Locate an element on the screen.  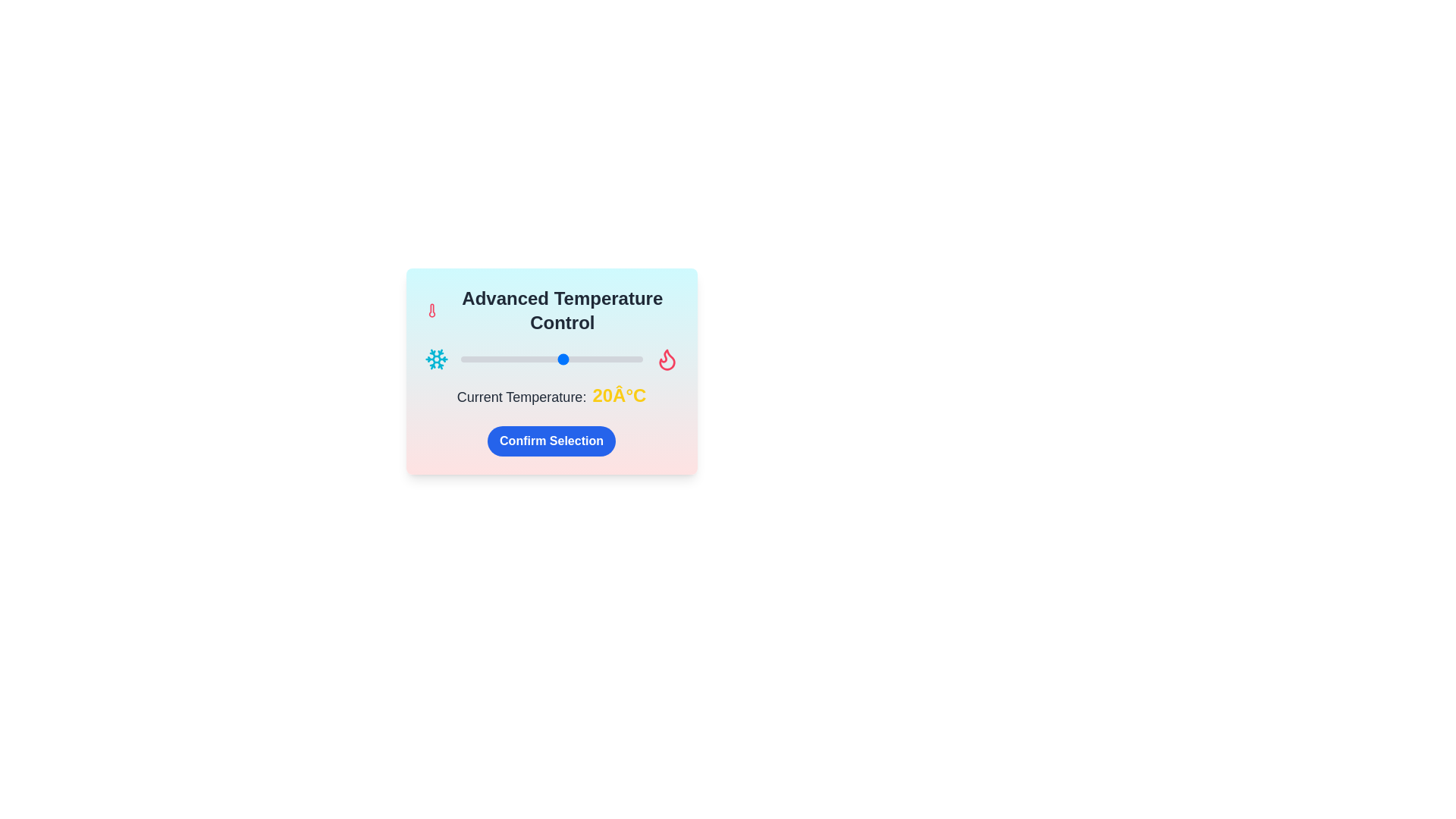
the snowflake icon to provide feedback is located at coordinates (435, 359).